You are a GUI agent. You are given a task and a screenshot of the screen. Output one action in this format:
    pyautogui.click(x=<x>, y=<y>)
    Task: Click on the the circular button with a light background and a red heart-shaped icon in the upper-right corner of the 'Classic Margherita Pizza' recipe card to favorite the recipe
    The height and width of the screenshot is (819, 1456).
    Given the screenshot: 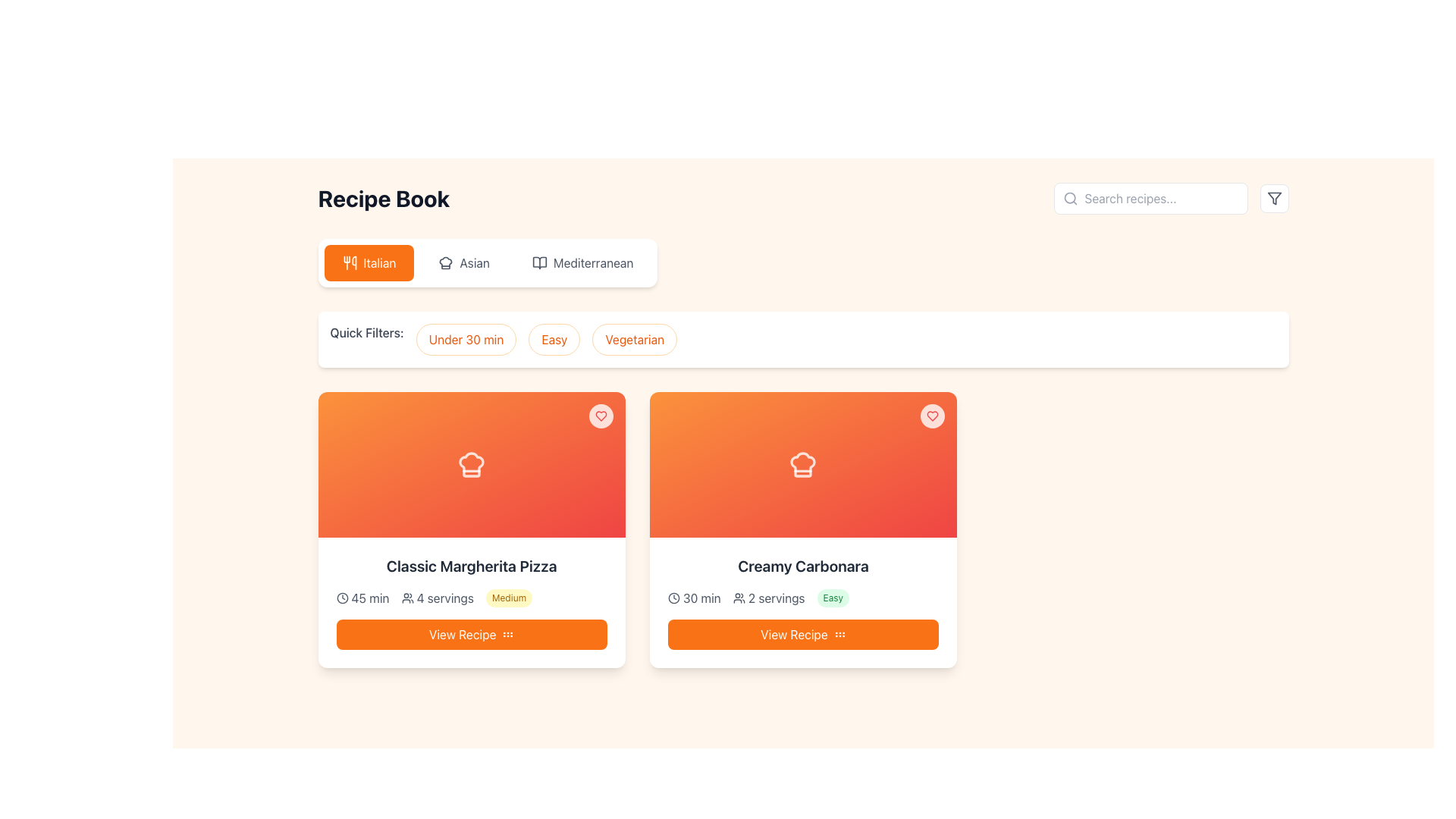 What is the action you would take?
    pyautogui.click(x=600, y=416)
    